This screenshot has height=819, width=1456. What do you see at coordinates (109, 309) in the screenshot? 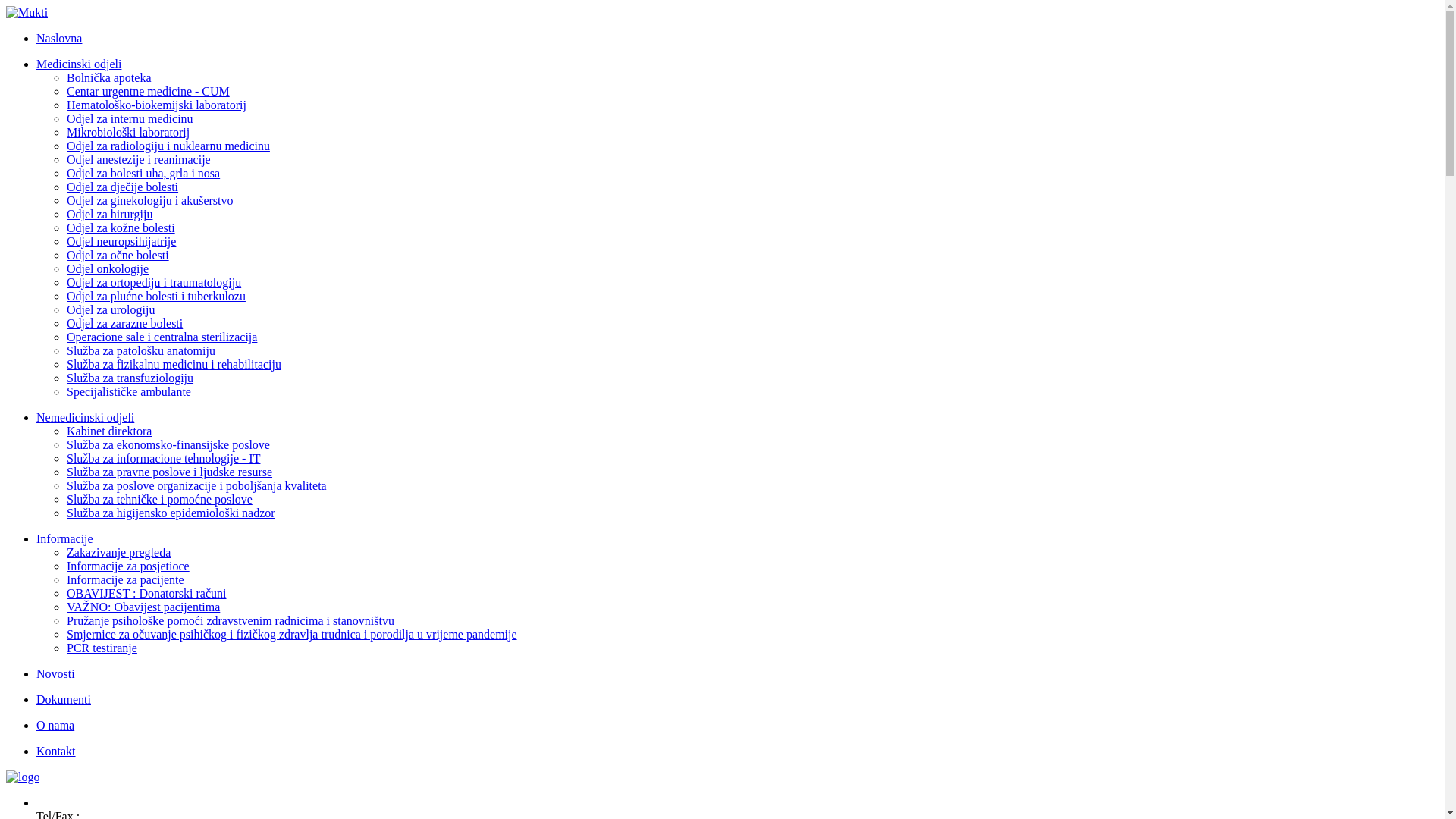
I see `'Odjel za urologiju'` at bounding box center [109, 309].